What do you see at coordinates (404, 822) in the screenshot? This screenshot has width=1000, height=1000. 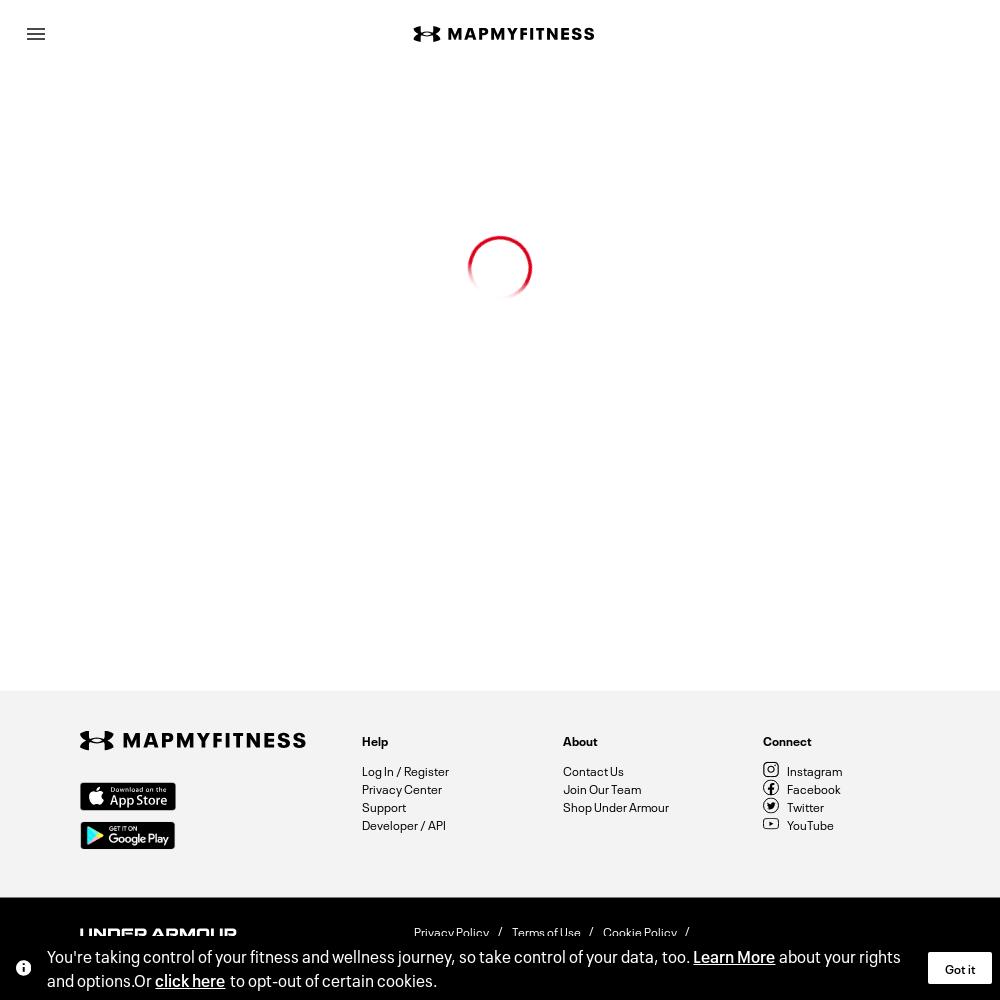 I see `'Developer / API'` at bounding box center [404, 822].